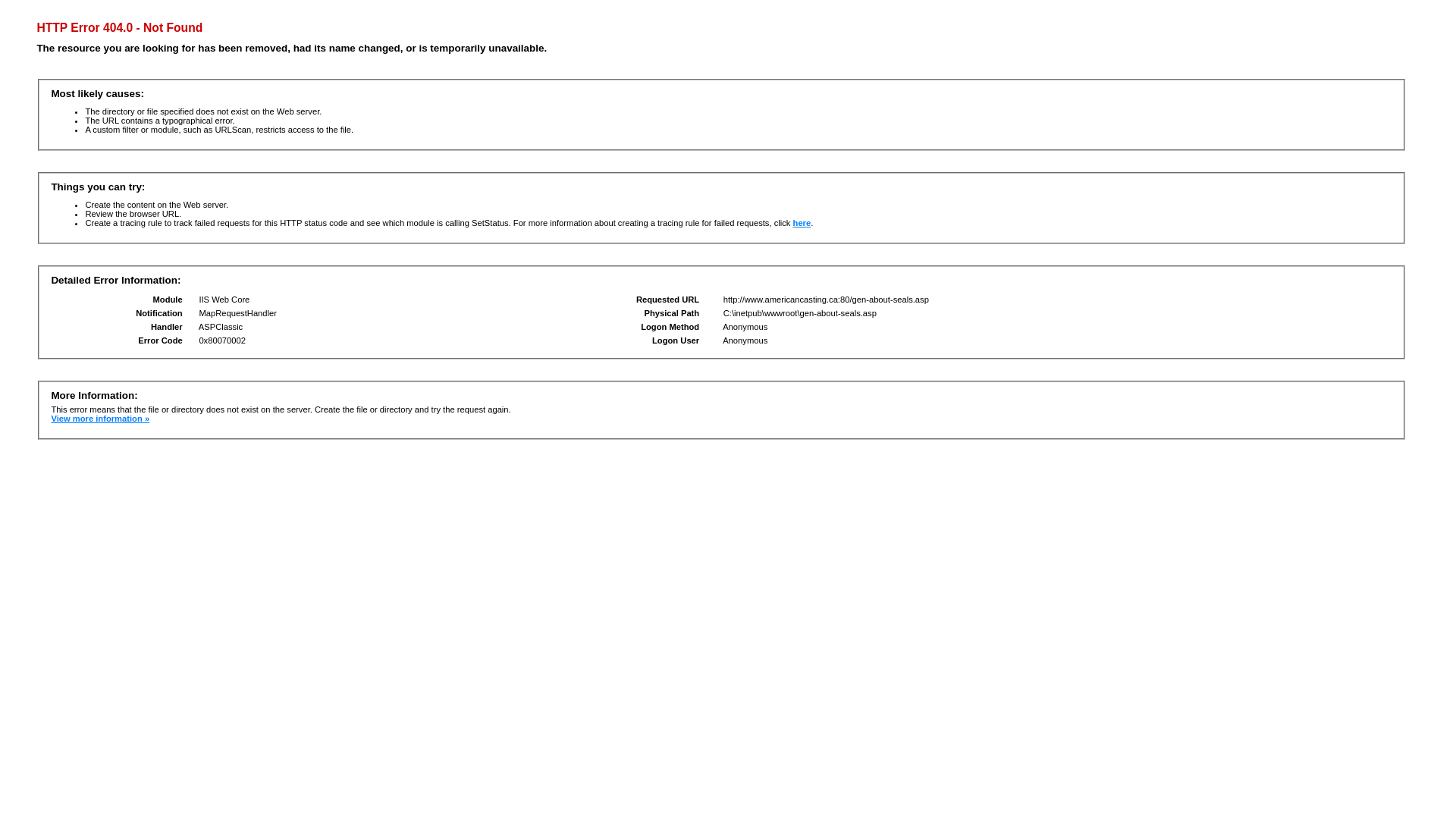  I want to click on 'here', so click(801, 222).